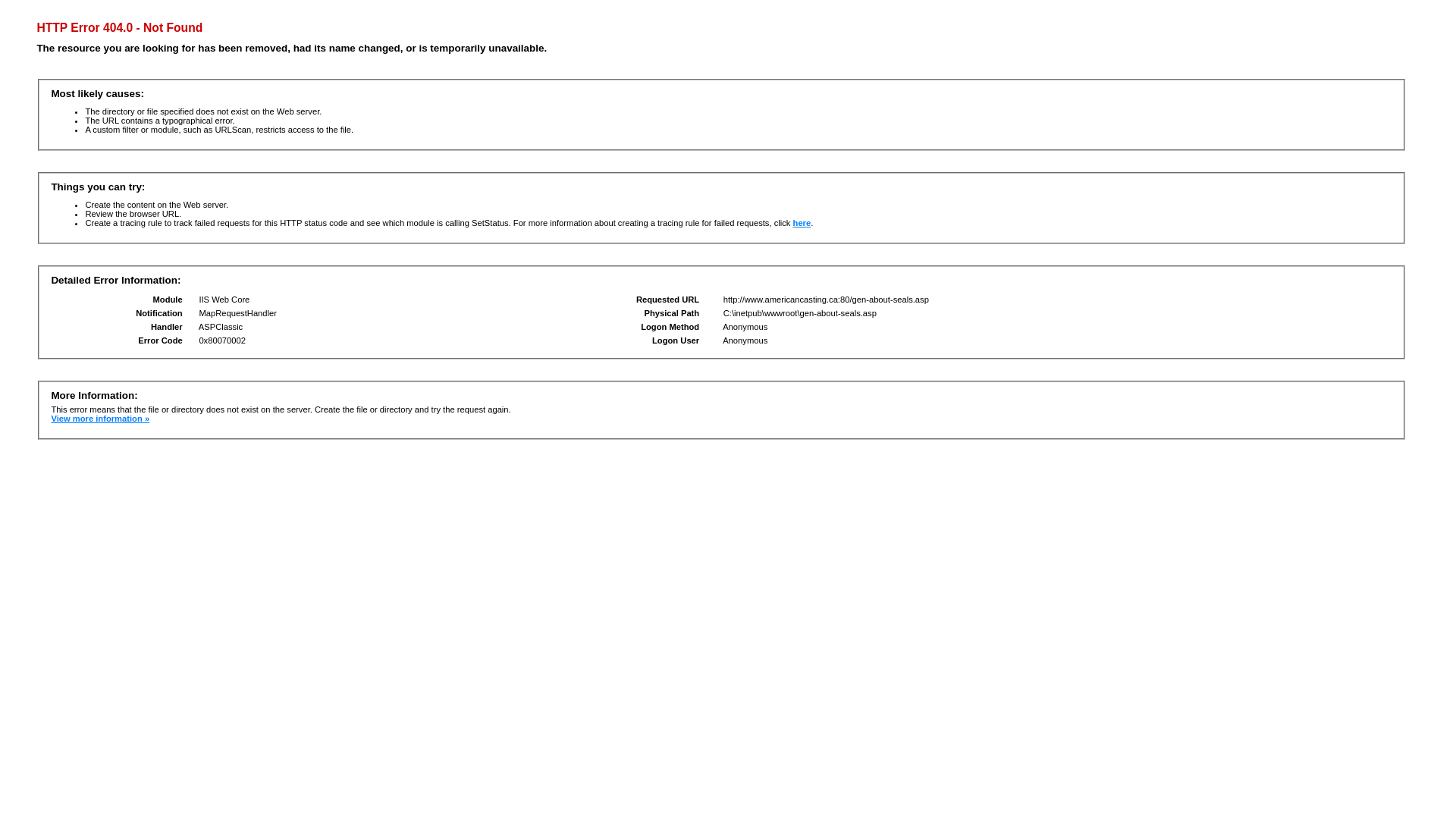  I want to click on 'here', so click(801, 222).